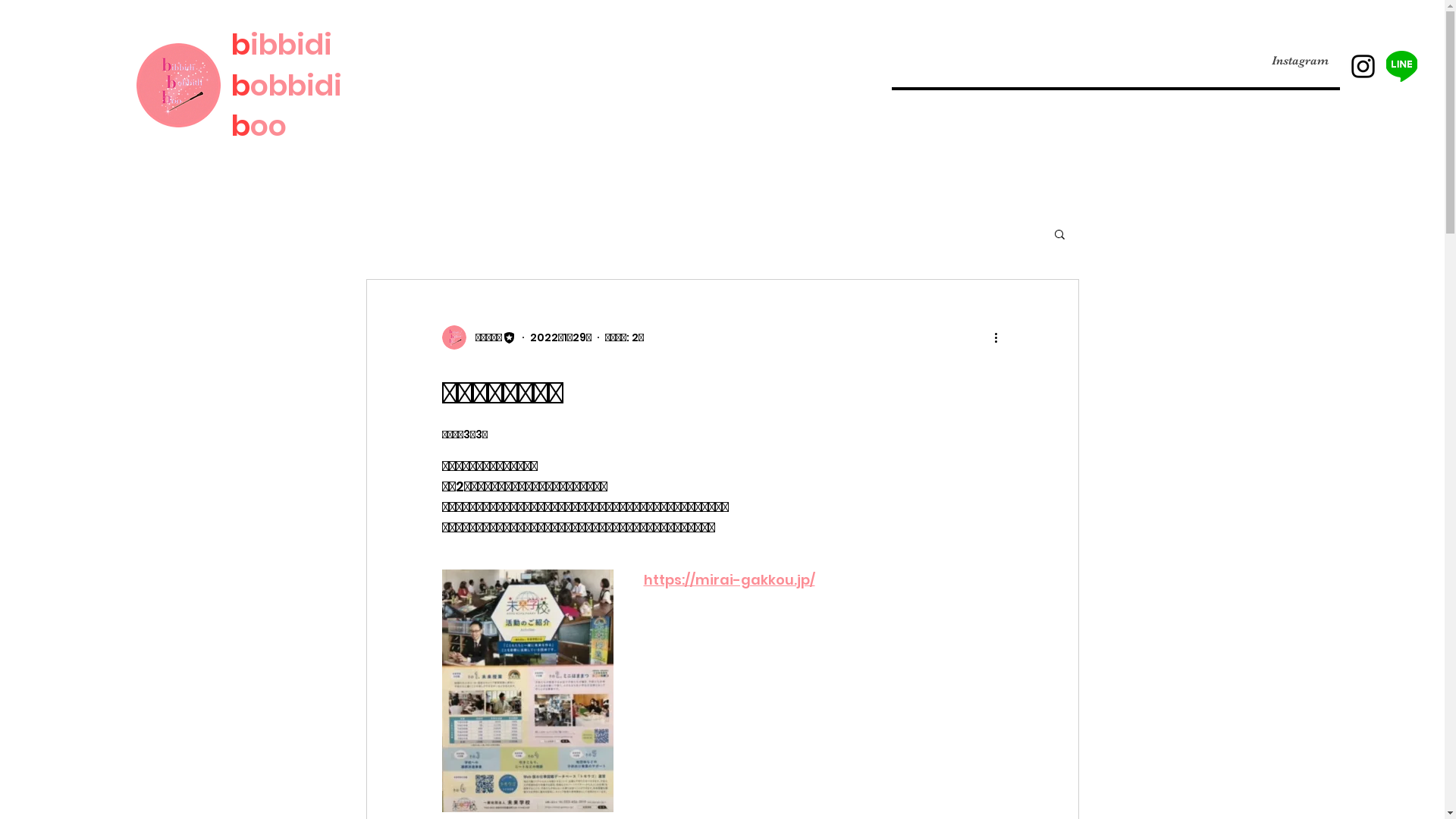  What do you see at coordinates (728, 579) in the screenshot?
I see `'https://mirai-gakkou.jp/'` at bounding box center [728, 579].